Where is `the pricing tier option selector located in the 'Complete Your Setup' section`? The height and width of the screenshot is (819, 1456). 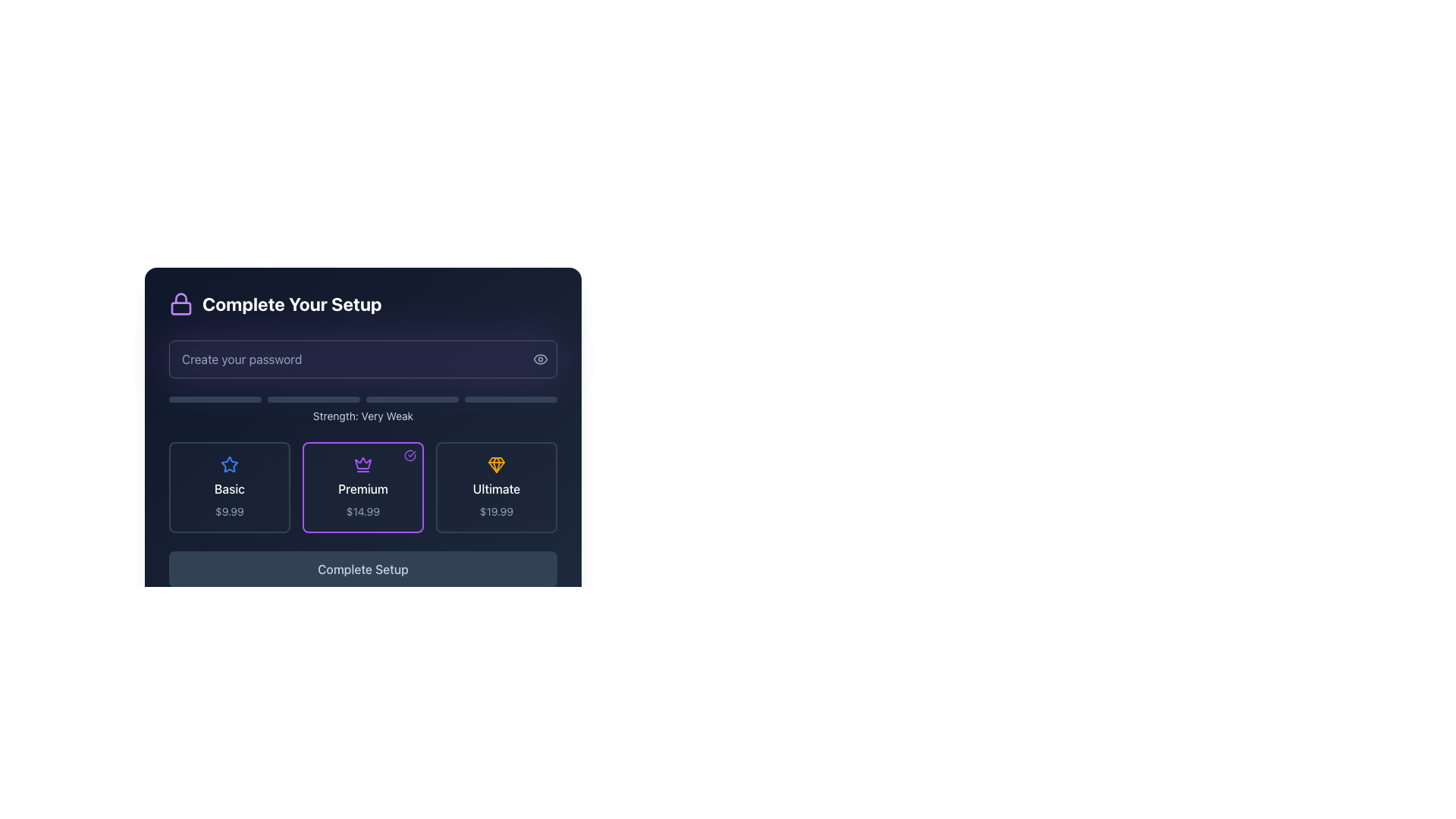 the pricing tier option selector located in the 'Complete Your Setup' section is located at coordinates (362, 463).